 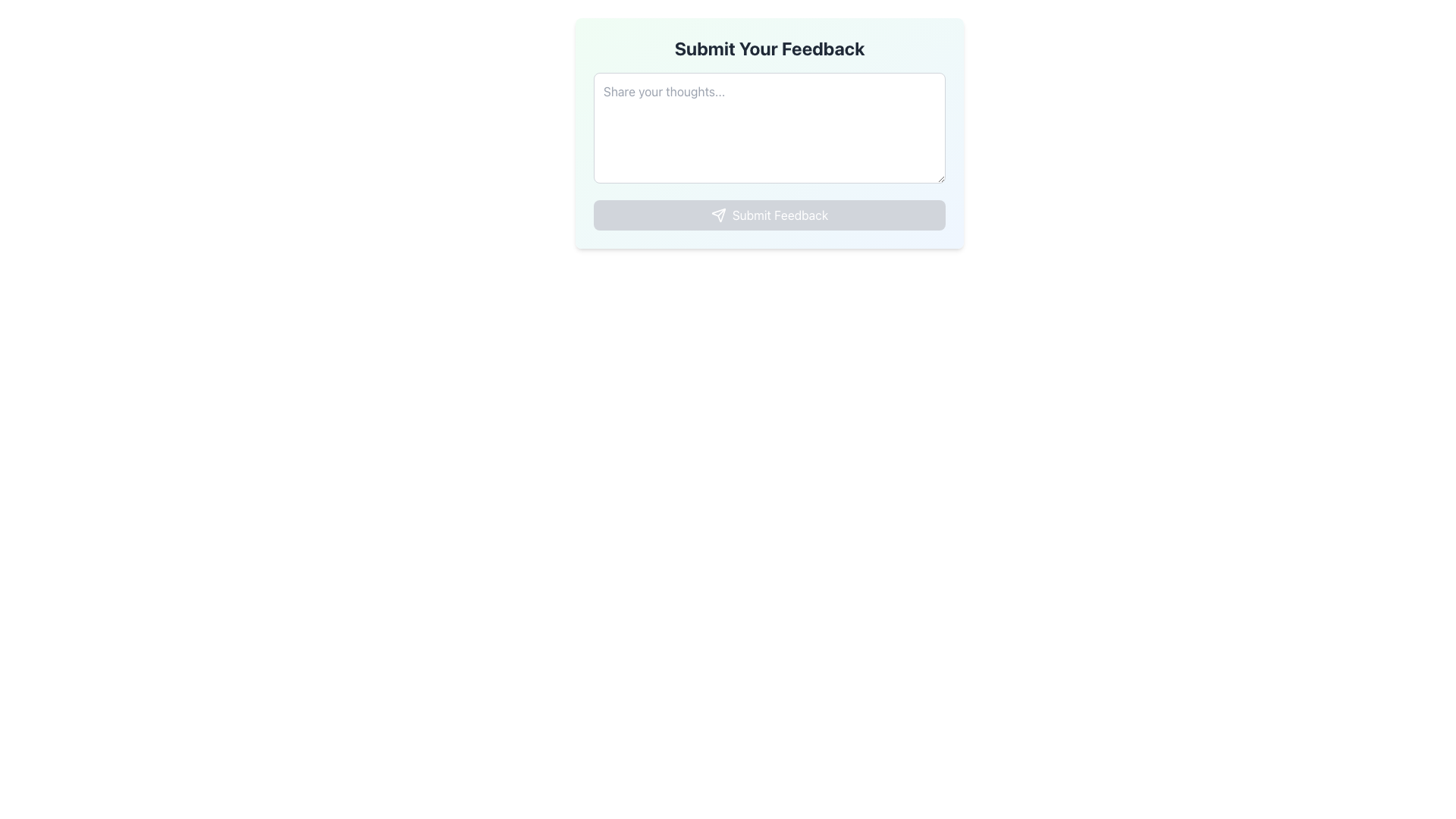 What do you see at coordinates (717, 215) in the screenshot?
I see `the triangular 'send' icon that is part of the 'Submit Feedback' button, located below the input field for feedback` at bounding box center [717, 215].